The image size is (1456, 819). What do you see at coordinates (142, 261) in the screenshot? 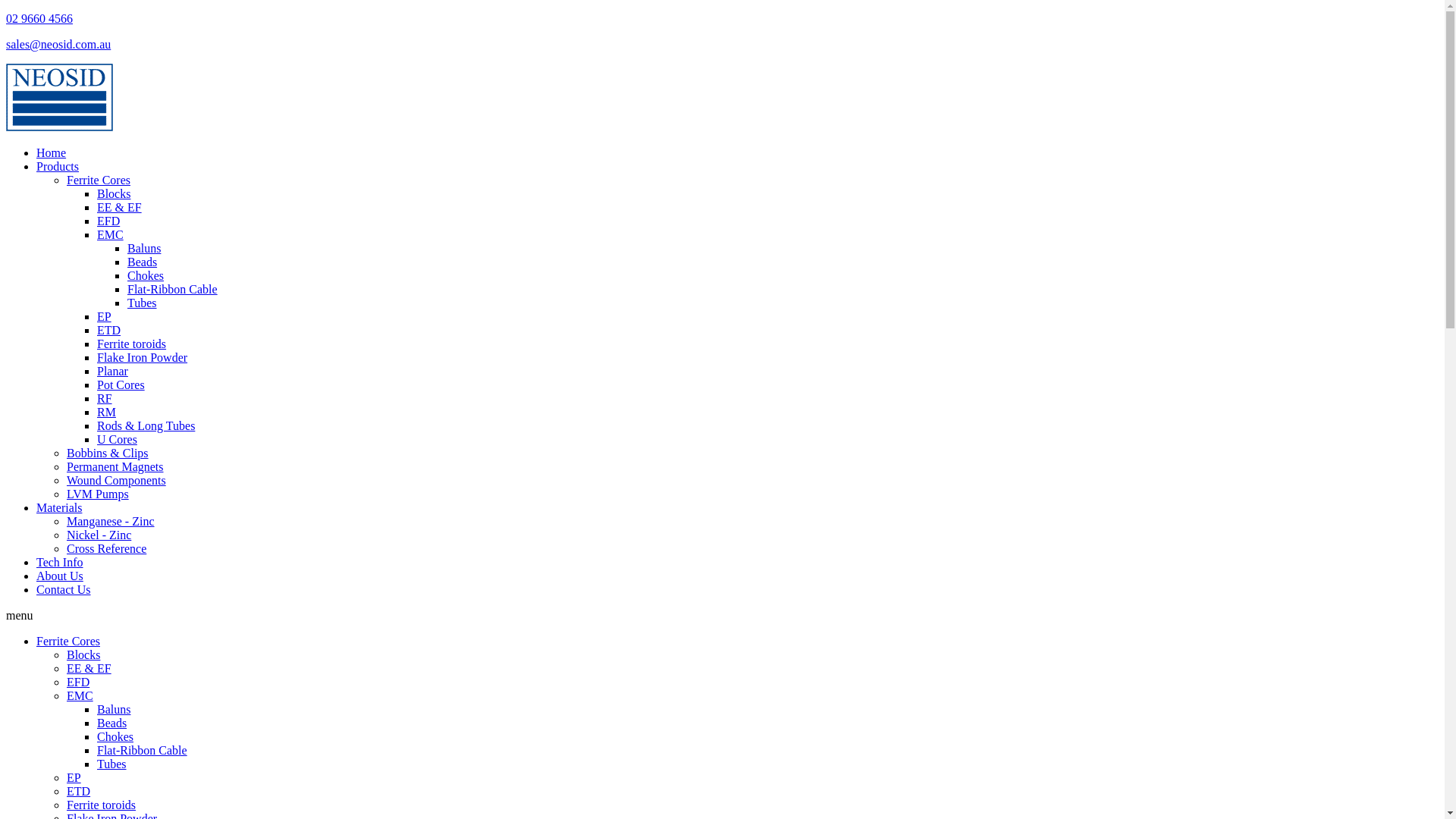
I see `'Beads'` at bounding box center [142, 261].